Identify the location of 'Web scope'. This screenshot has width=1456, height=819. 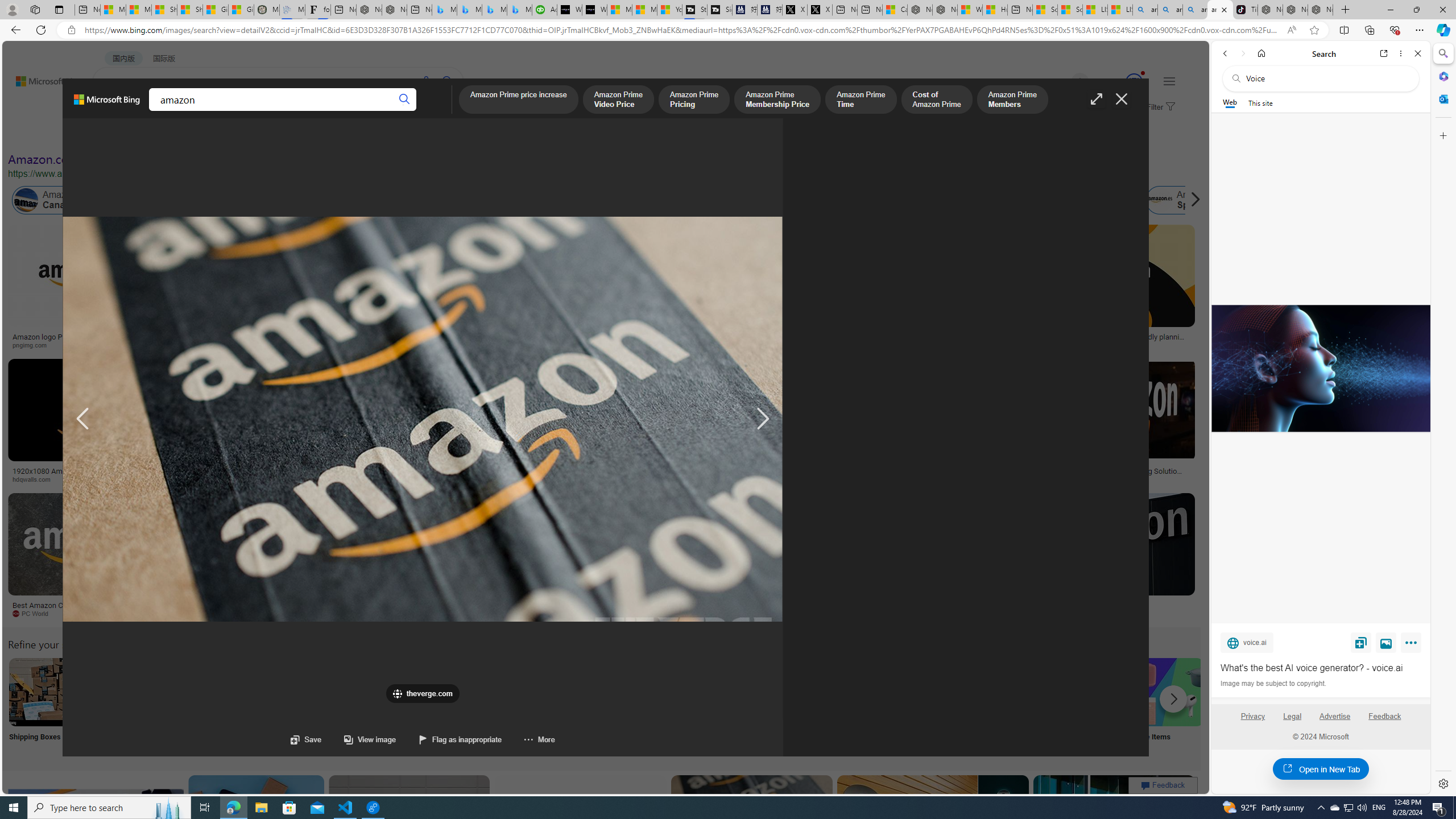
(1230, 102).